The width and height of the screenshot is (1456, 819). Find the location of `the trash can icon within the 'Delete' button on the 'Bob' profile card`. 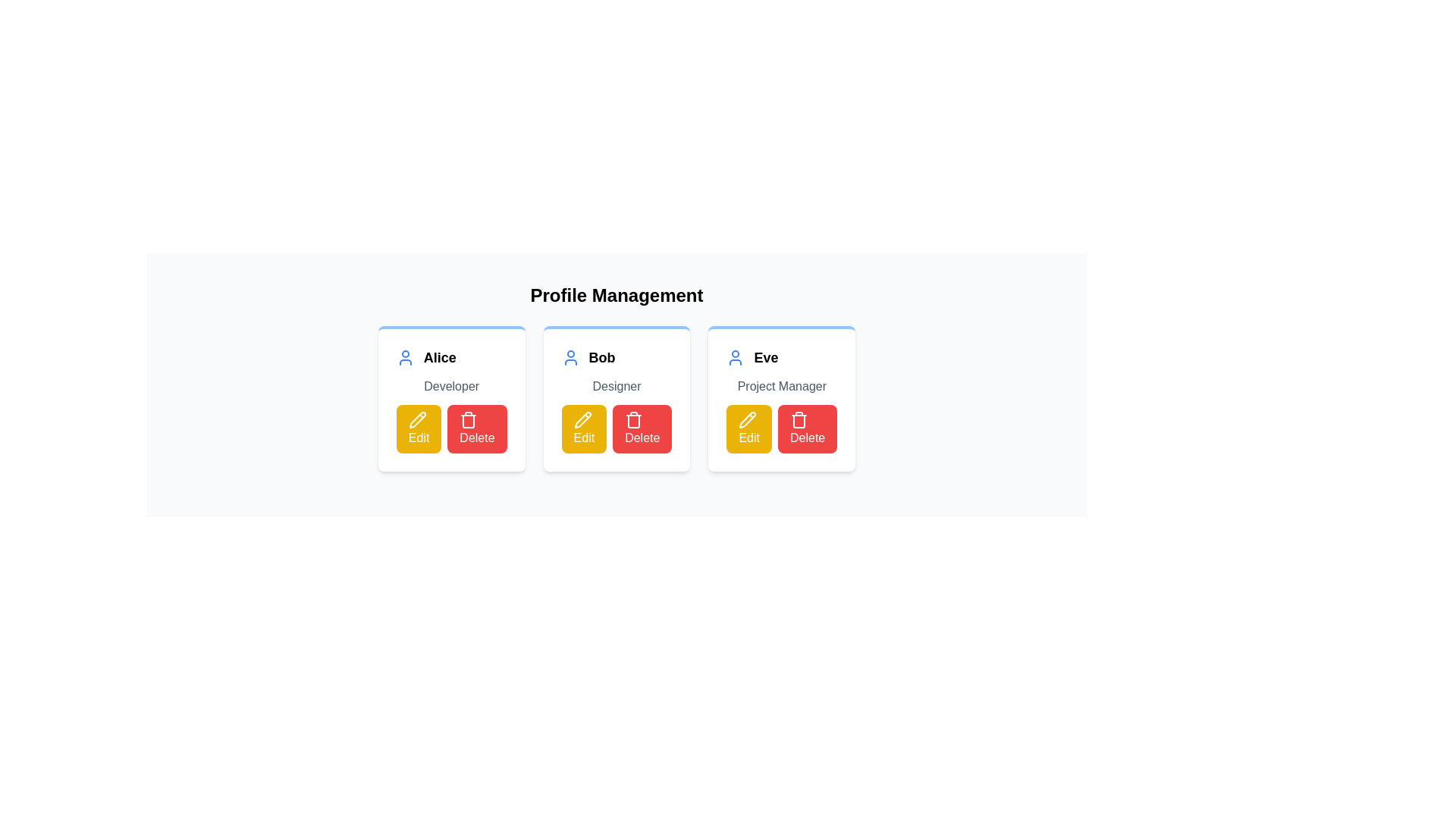

the trash can icon within the 'Delete' button on the 'Bob' profile card is located at coordinates (634, 420).